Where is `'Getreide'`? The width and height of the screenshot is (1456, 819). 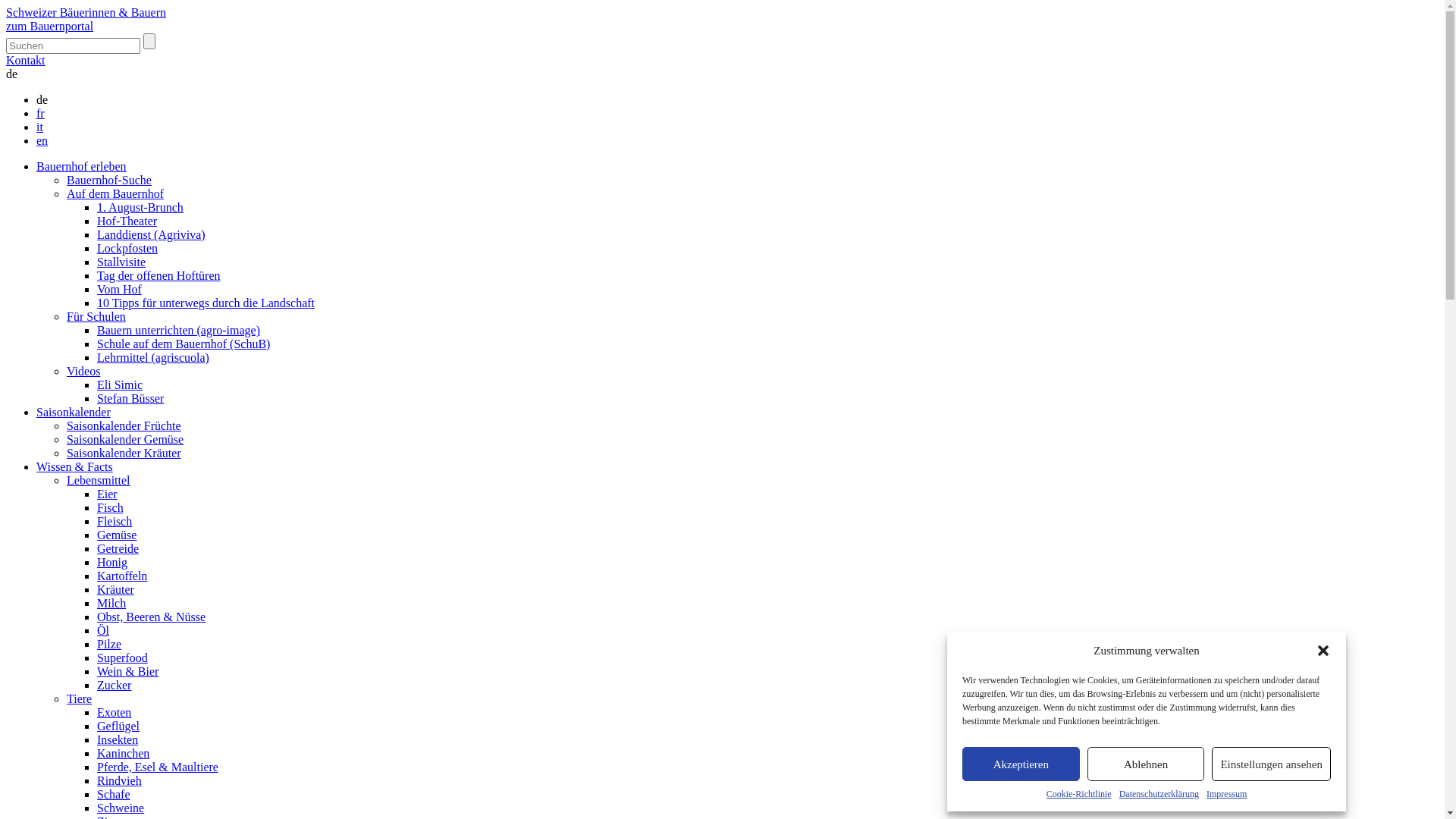
'Getreide' is located at coordinates (117, 548).